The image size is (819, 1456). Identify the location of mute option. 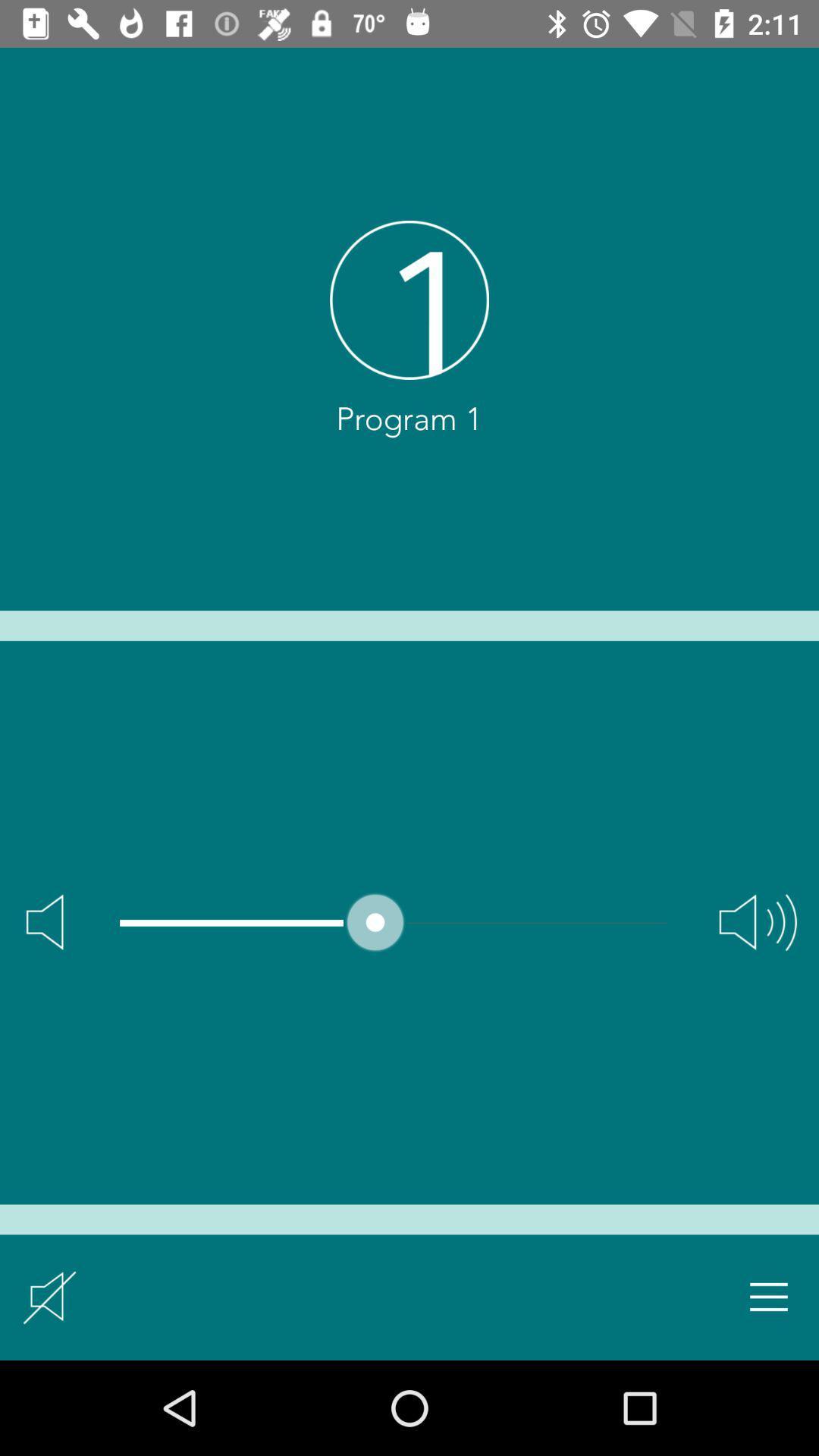
(49, 1296).